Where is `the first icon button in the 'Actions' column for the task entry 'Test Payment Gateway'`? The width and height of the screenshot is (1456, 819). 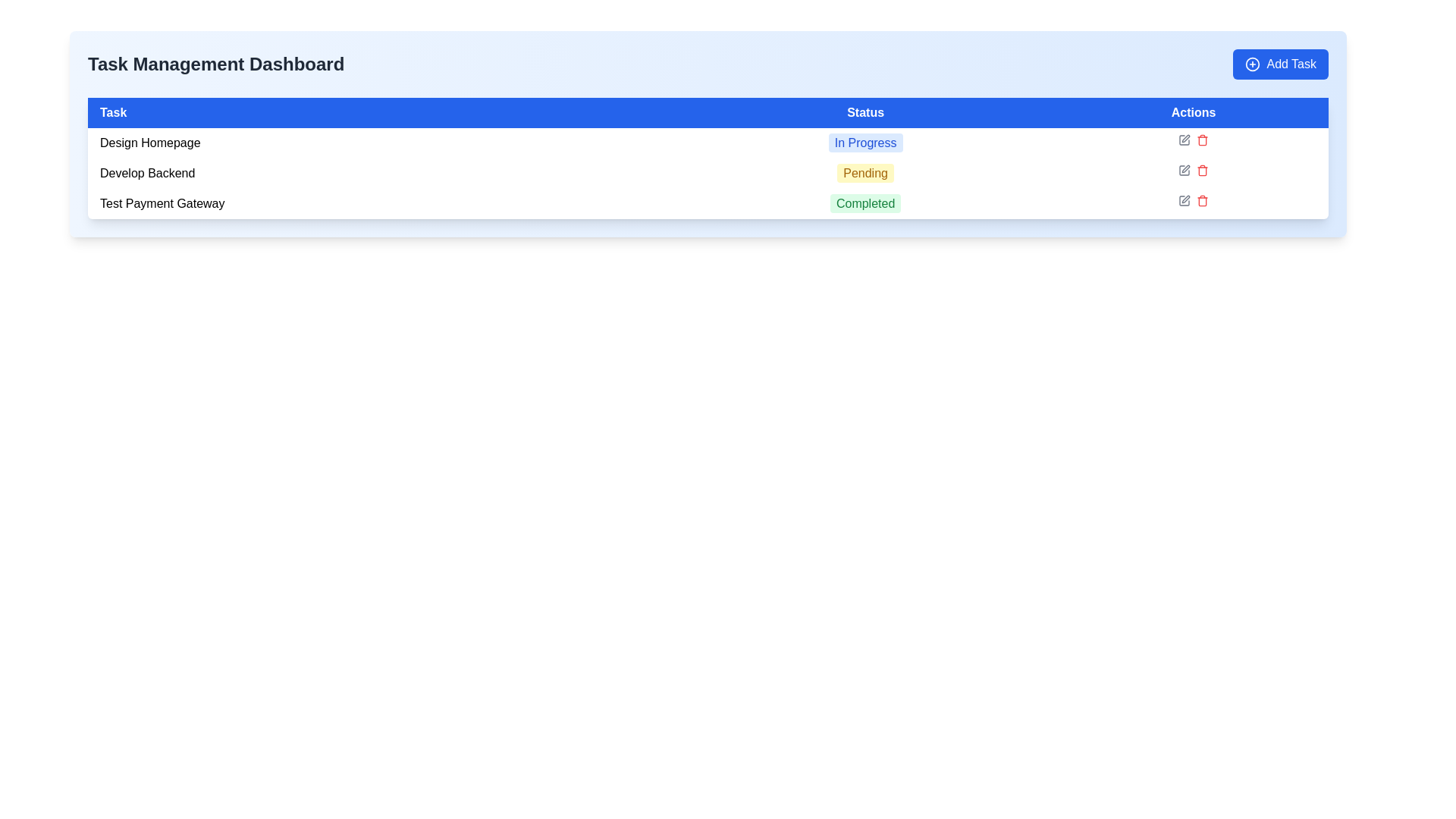
the first icon button in the 'Actions' column for the task entry 'Test Payment Gateway' is located at coordinates (1184, 200).